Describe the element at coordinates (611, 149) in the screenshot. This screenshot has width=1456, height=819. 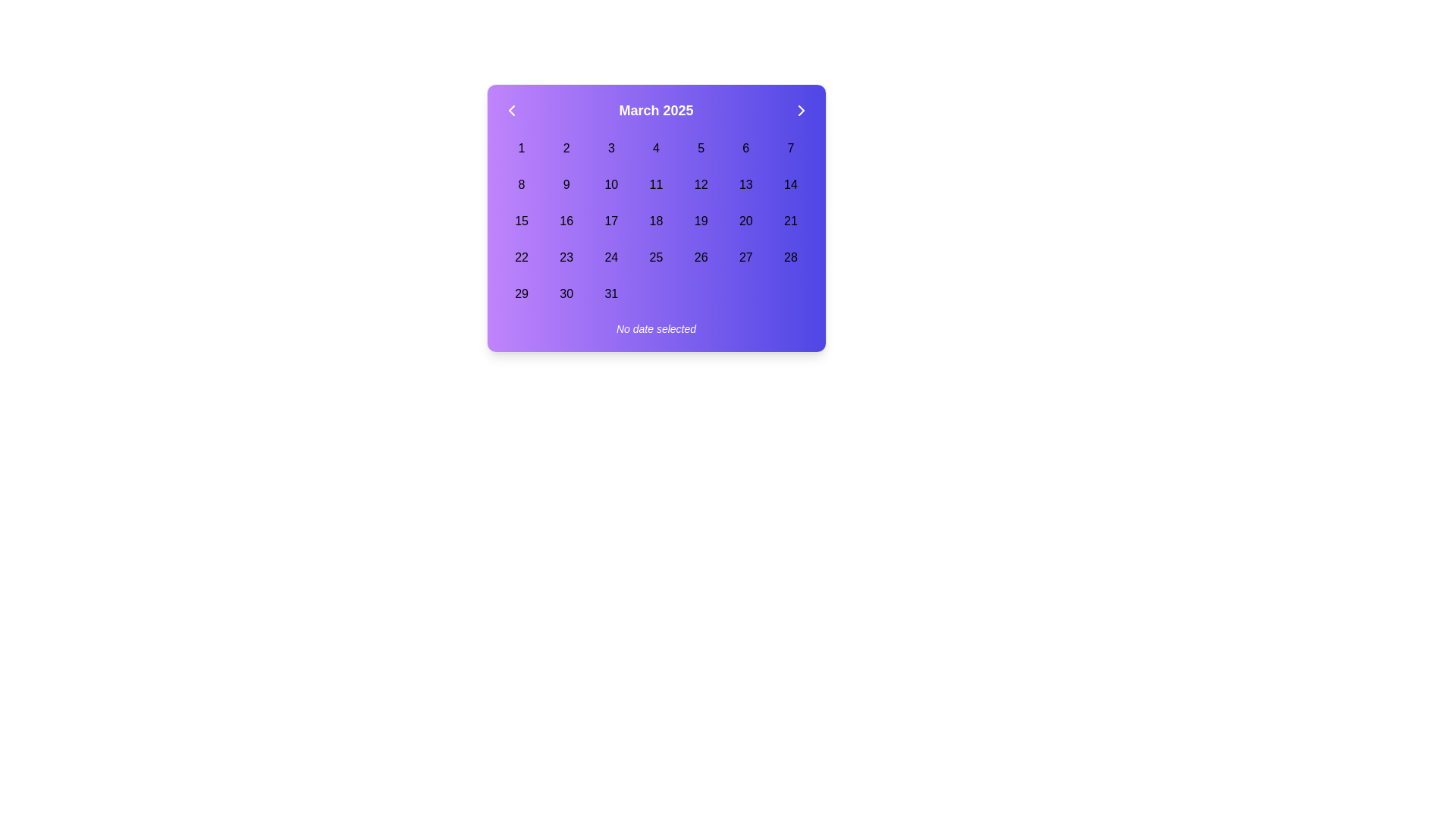
I see `the circular button labeled '3'` at that location.